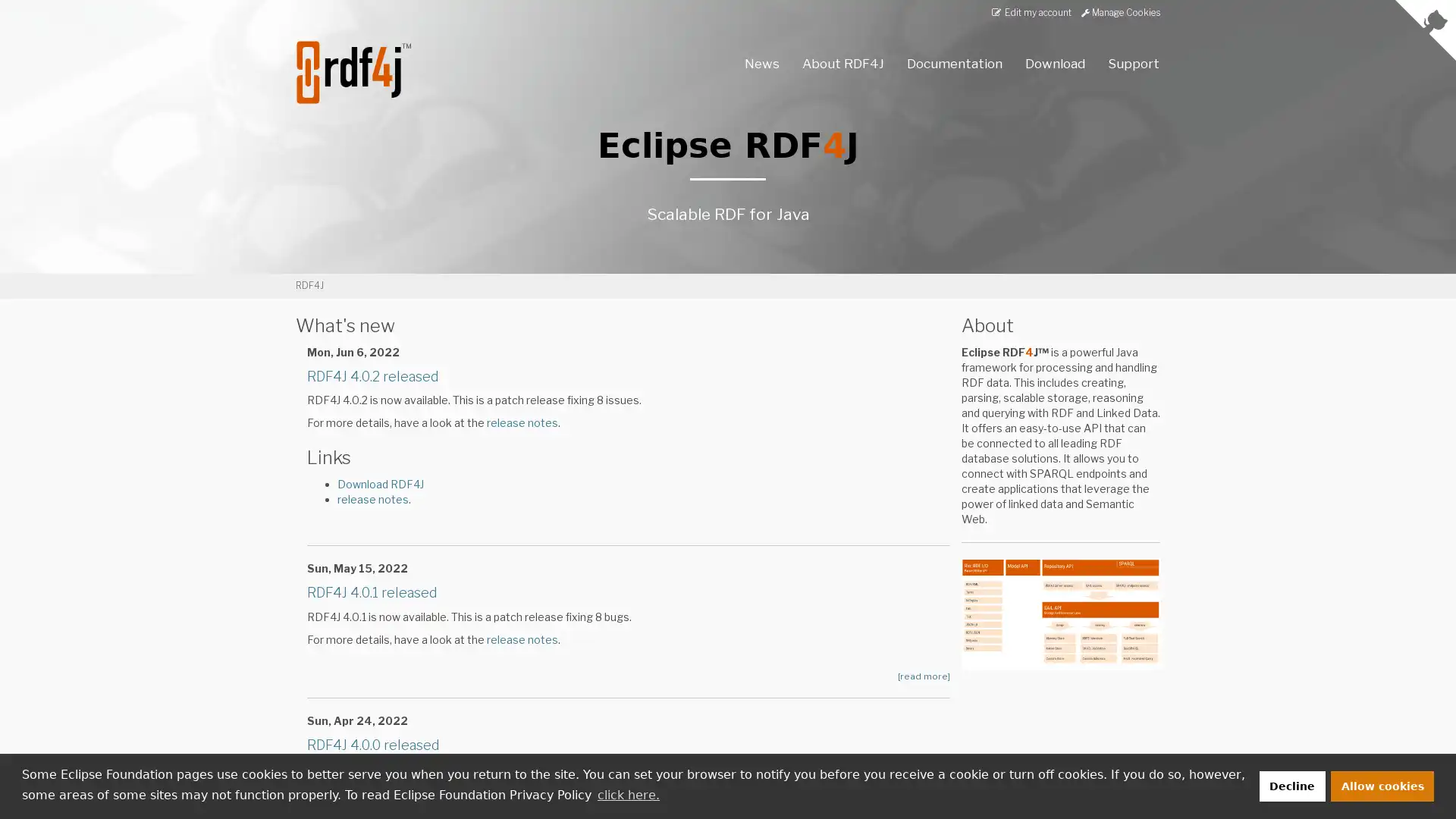  I want to click on learn more about cookies, so click(628, 794).